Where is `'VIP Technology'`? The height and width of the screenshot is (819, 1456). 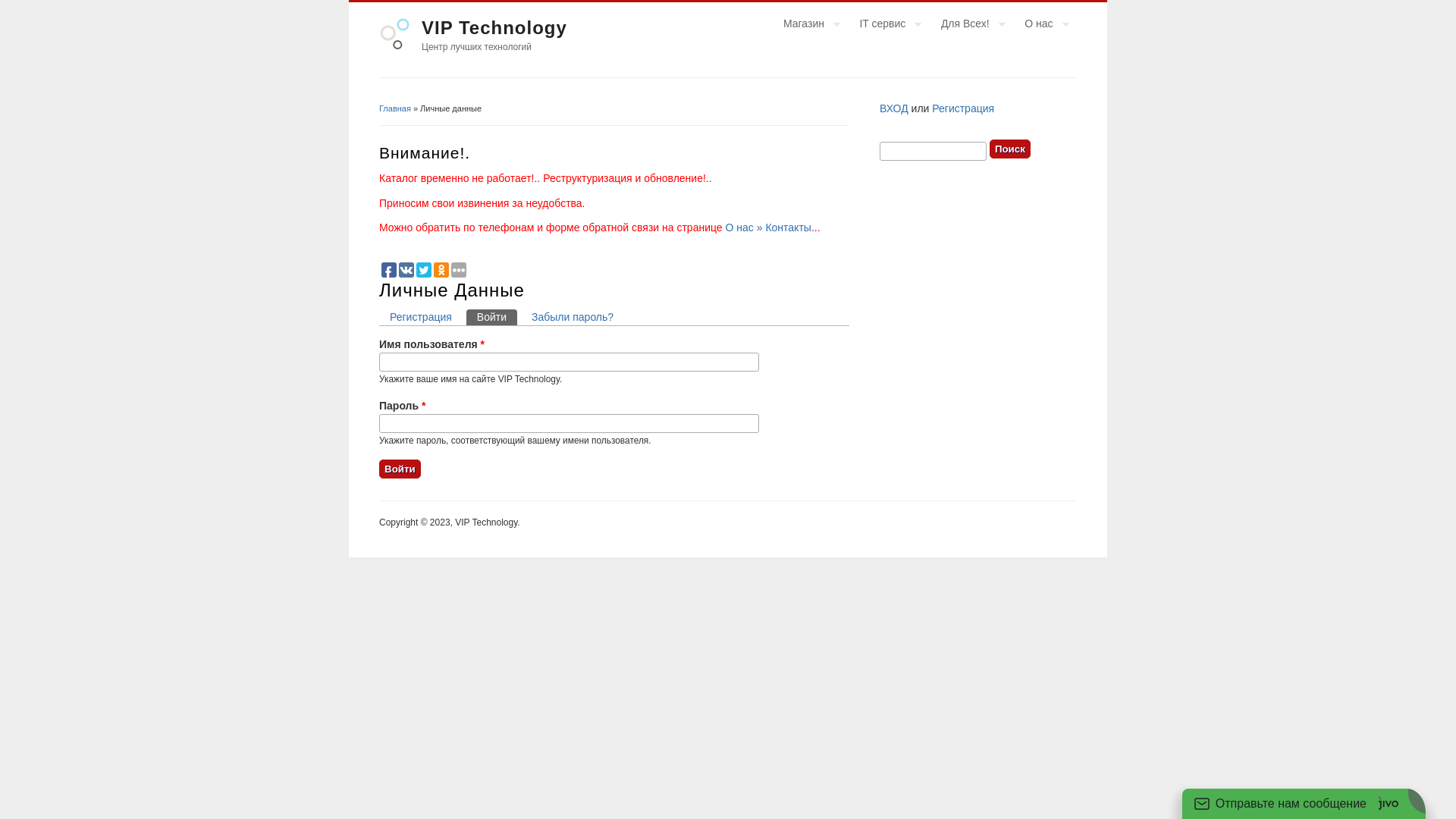 'VIP Technology' is located at coordinates (494, 27).